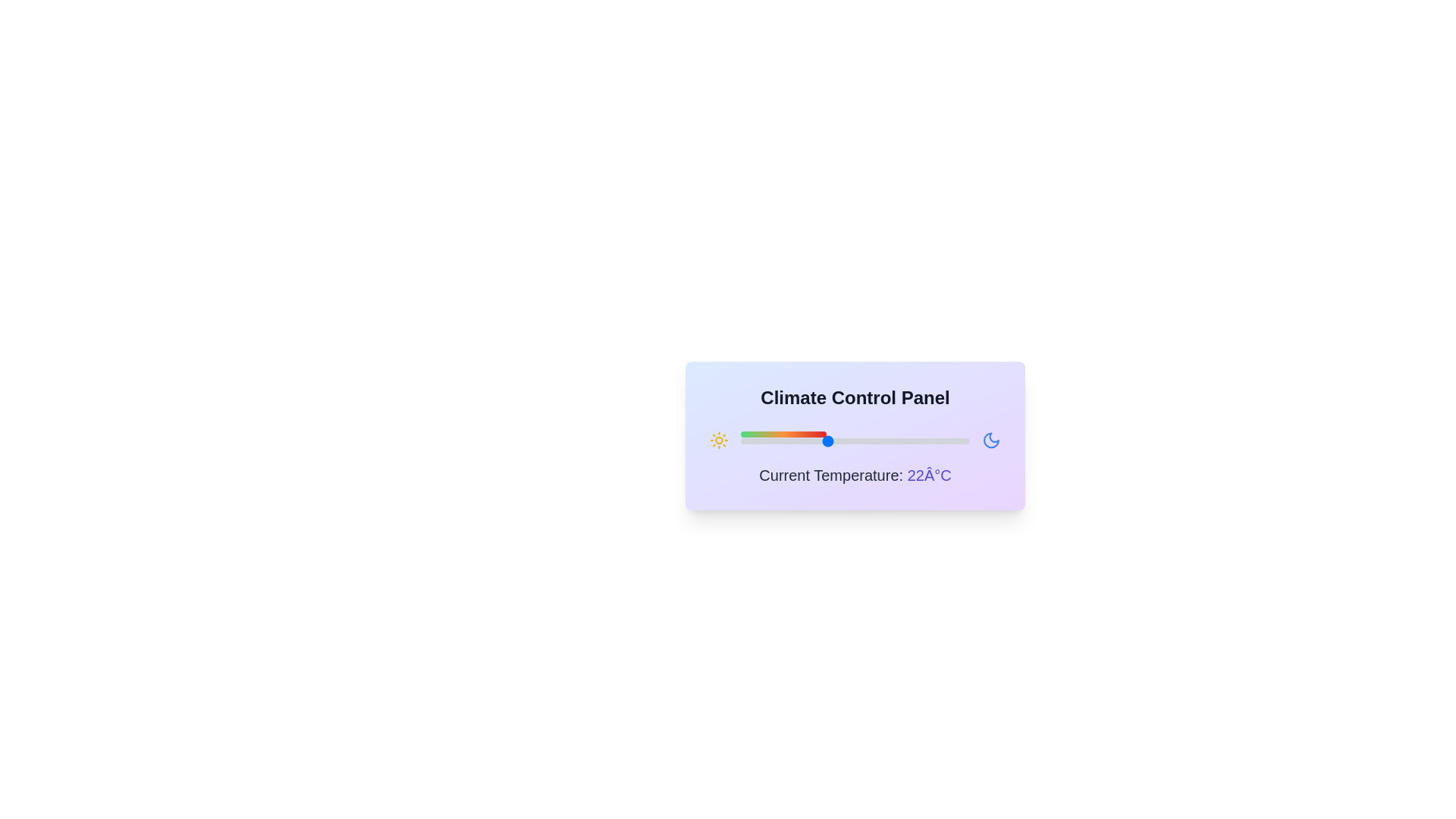  I want to click on the vibrant progress bar element in the 'Climate Control Panel', which transitions from green to red and is located above the slider handle, so click(783, 435).